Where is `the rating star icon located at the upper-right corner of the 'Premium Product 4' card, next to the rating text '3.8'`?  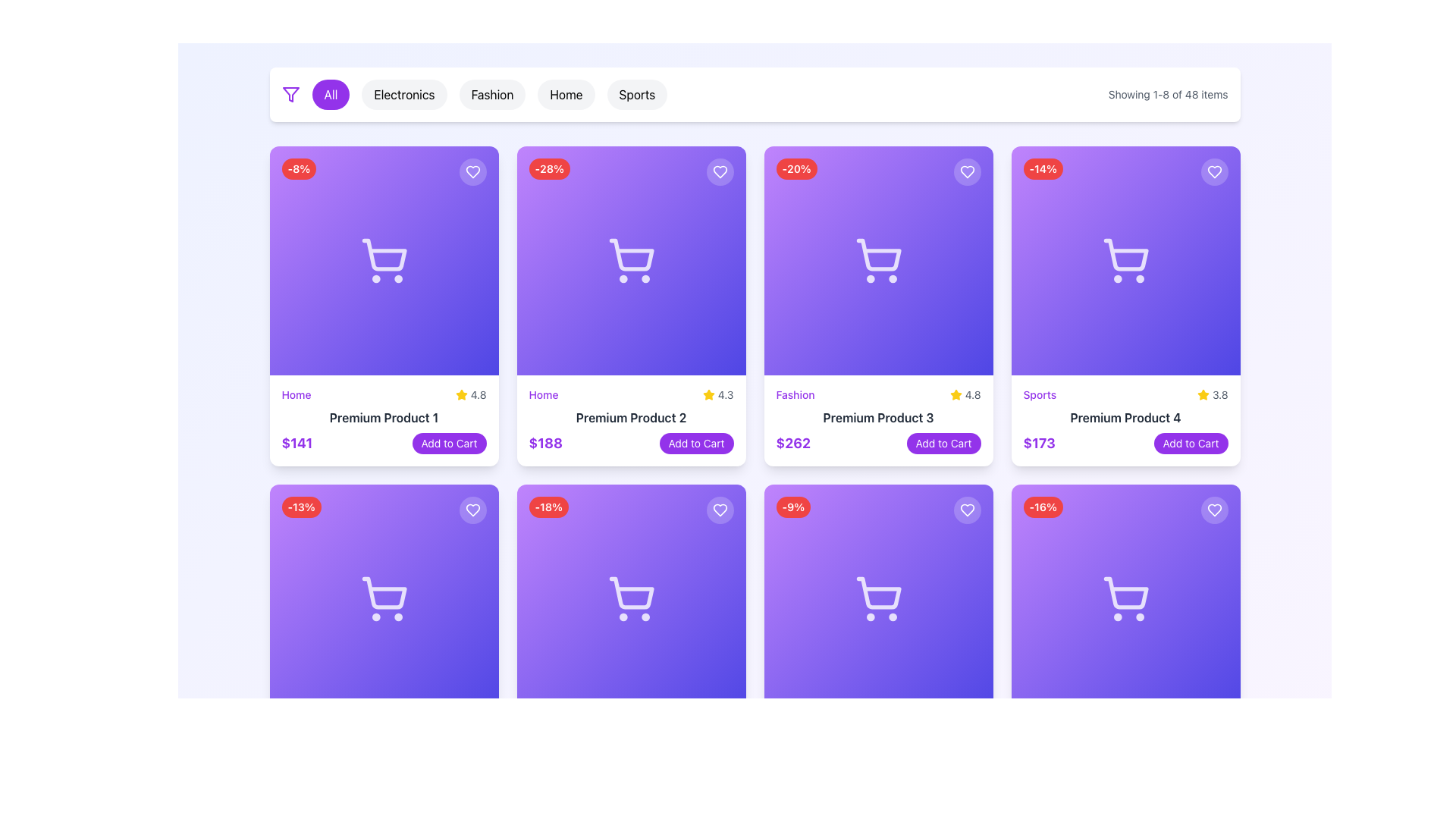 the rating star icon located at the upper-right corner of the 'Premium Product 4' card, next to the rating text '3.8' is located at coordinates (1203, 394).